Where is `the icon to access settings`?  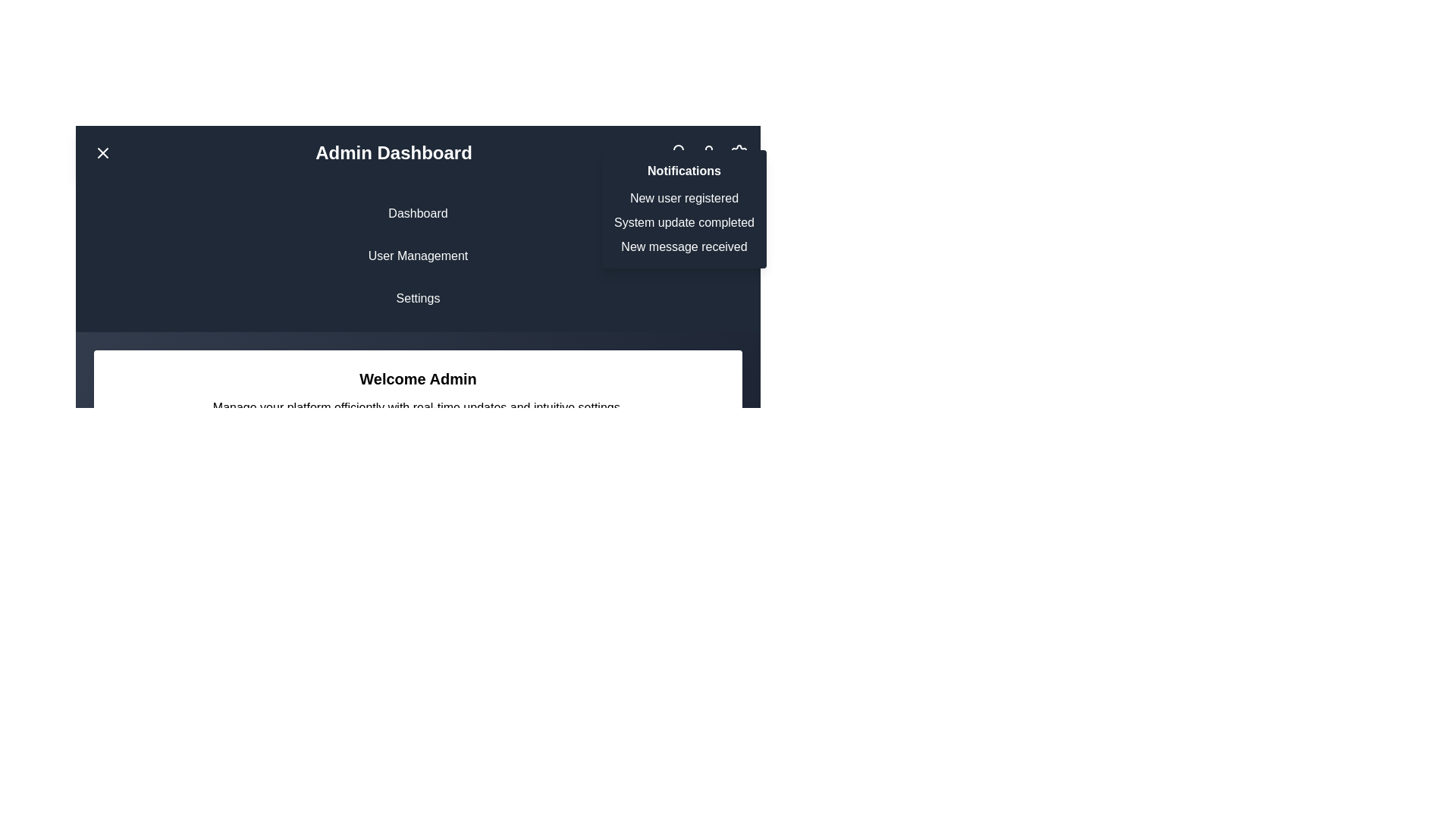
the icon to access settings is located at coordinates (739, 152).